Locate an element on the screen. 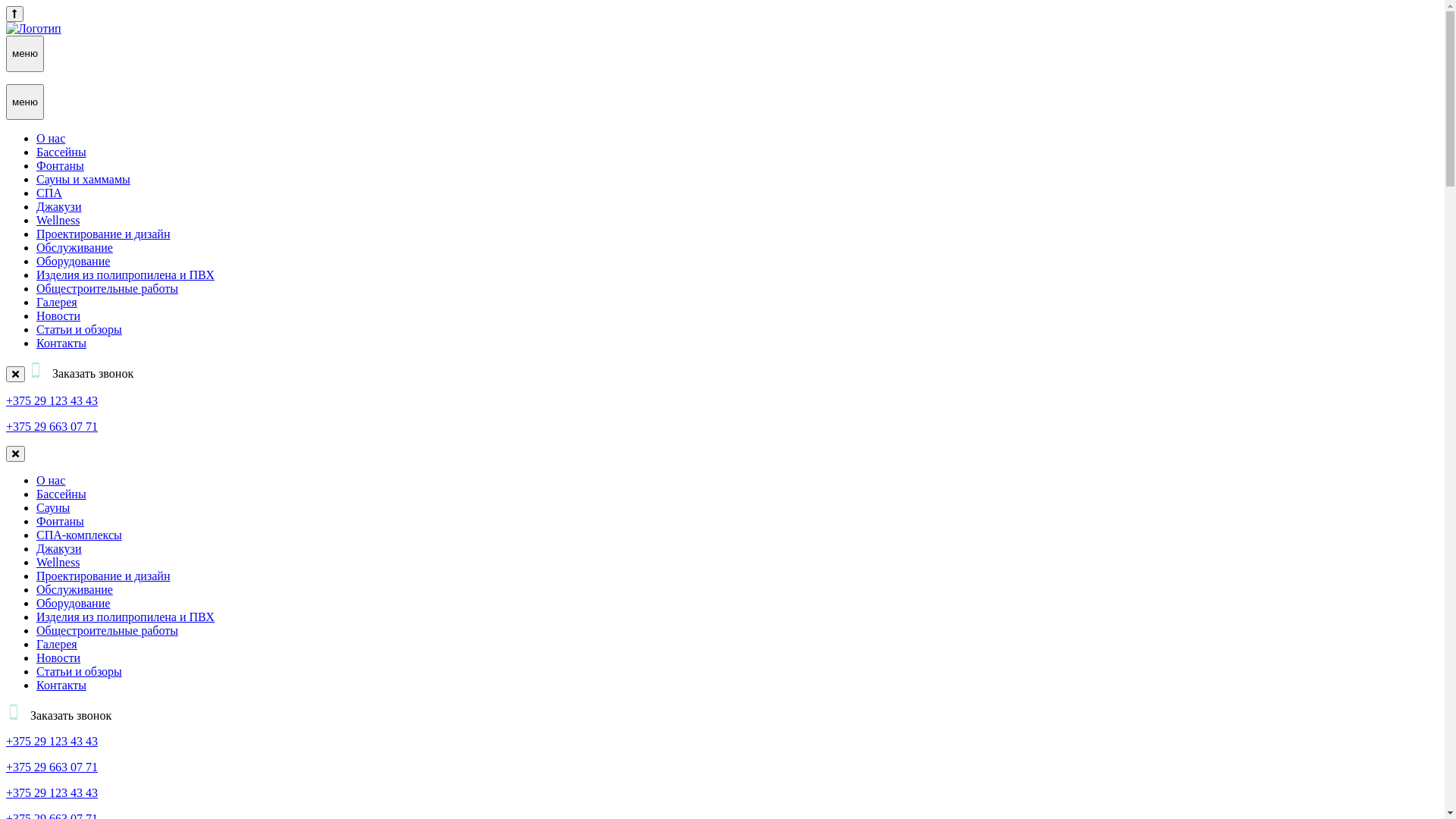 The width and height of the screenshot is (1456, 819). '+375 29 123 43 43' is located at coordinates (52, 792).